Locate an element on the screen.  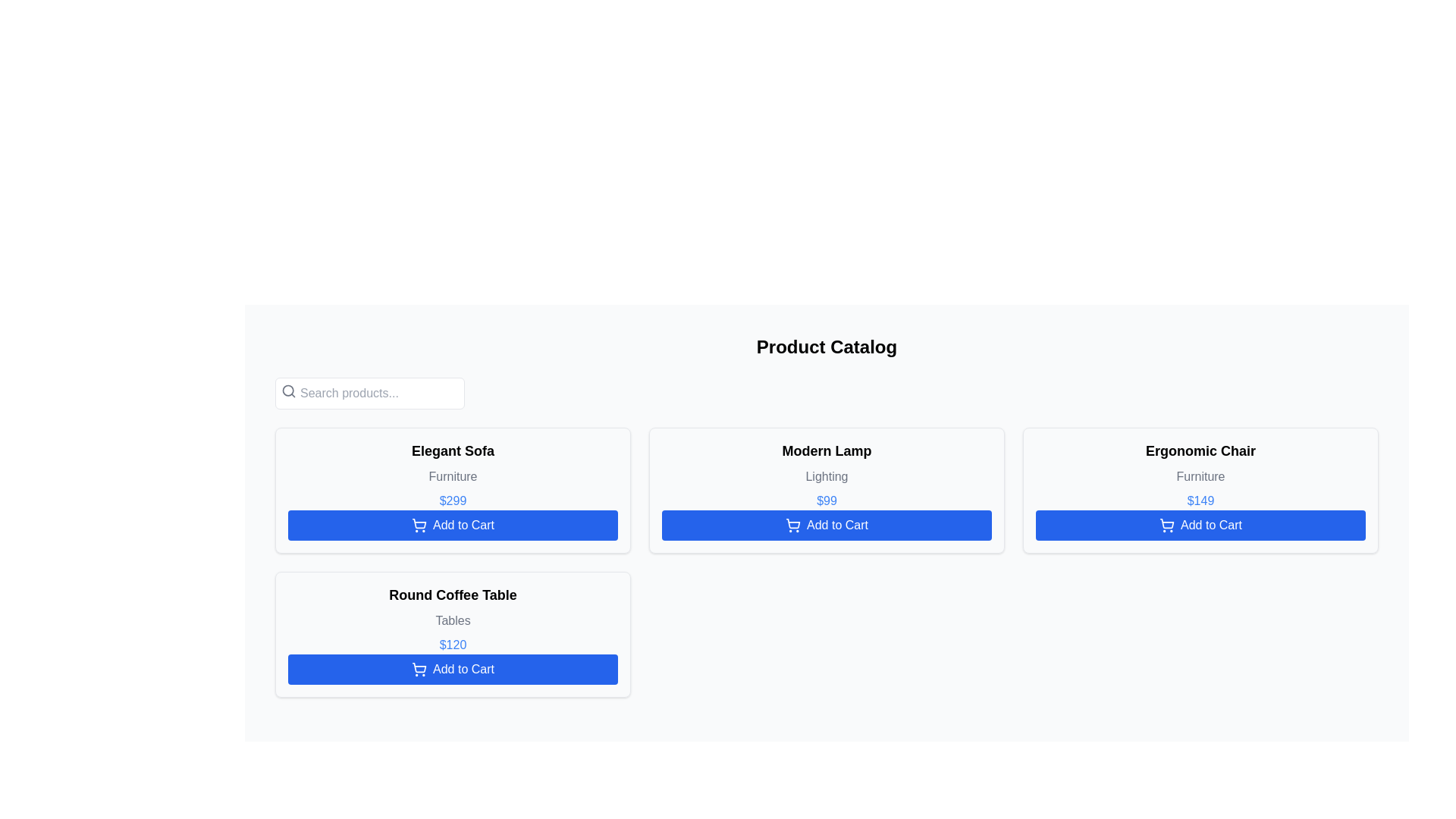
the text label displaying the product name 'Ergonomic Chair' and category 'Furniture' located in the top-right quadrant of the product catalog grid is located at coordinates (1200, 462).